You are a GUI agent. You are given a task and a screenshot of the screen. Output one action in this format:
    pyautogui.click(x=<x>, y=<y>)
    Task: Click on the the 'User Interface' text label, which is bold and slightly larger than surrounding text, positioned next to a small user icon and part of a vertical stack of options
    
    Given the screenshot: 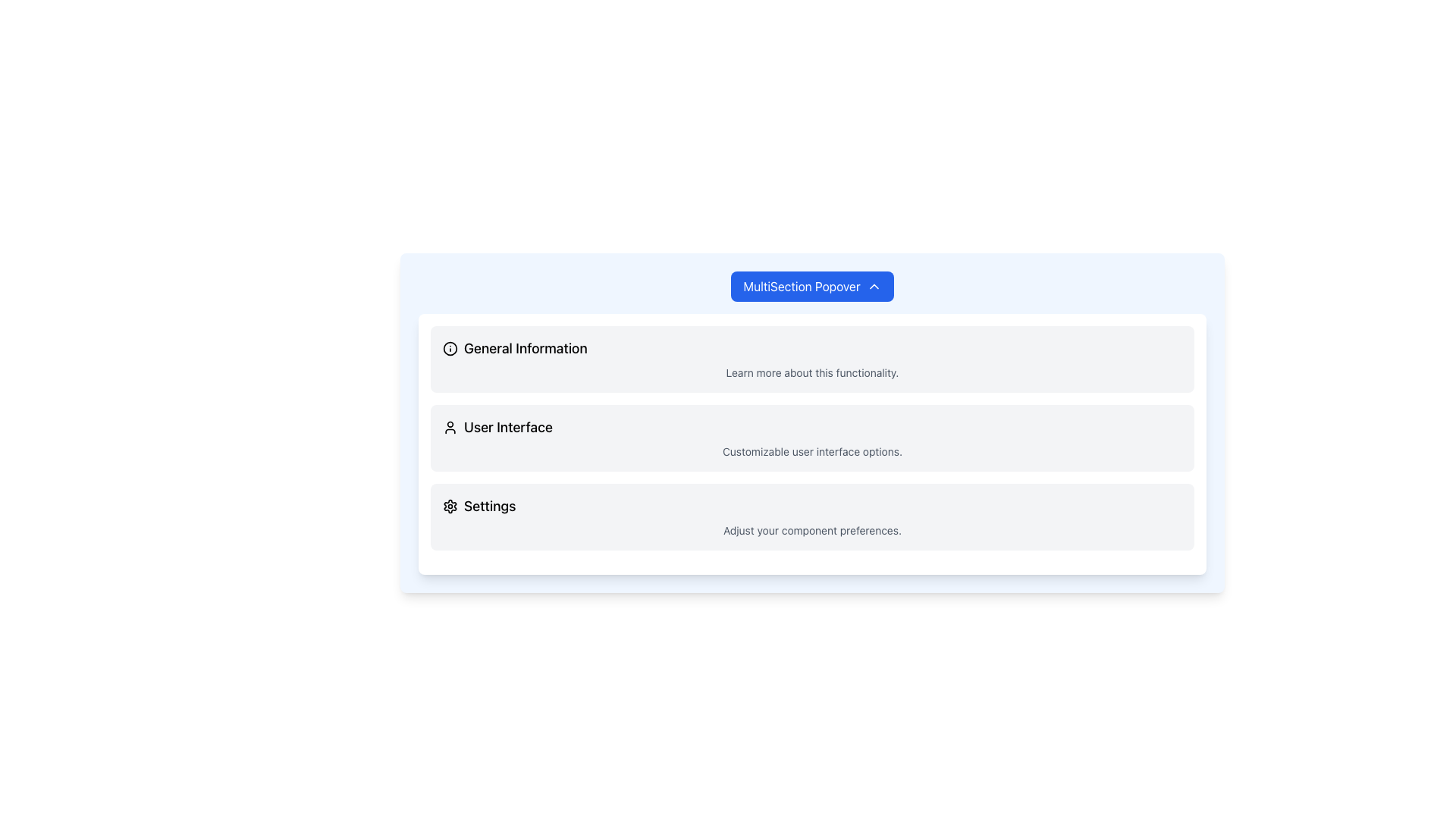 What is the action you would take?
    pyautogui.click(x=508, y=427)
    